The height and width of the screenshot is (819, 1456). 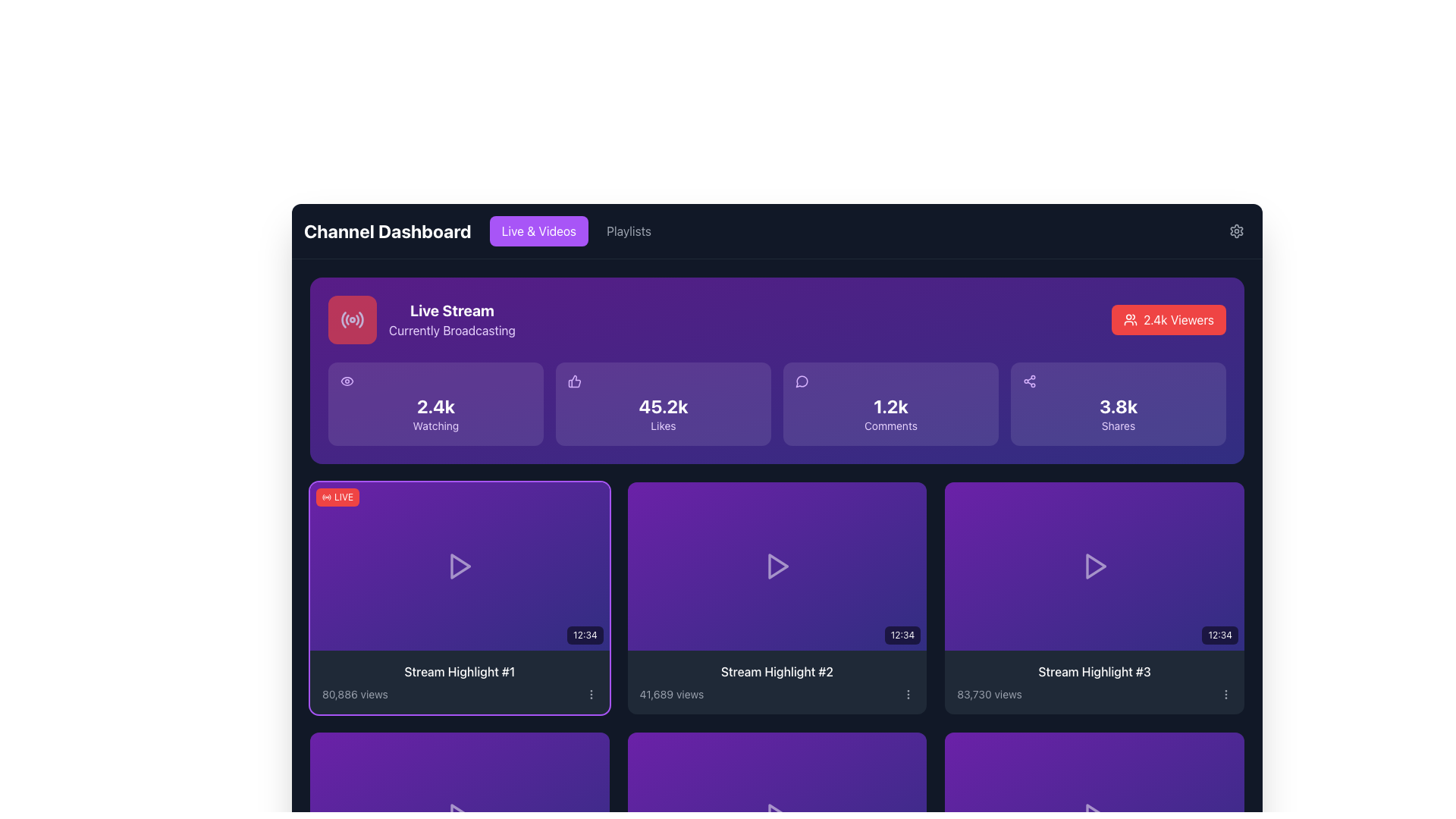 I want to click on the time duration indicator text label located at the bottom-right corner of the video thumbnail labeled 'Stream Highlight #1', so click(x=584, y=635).